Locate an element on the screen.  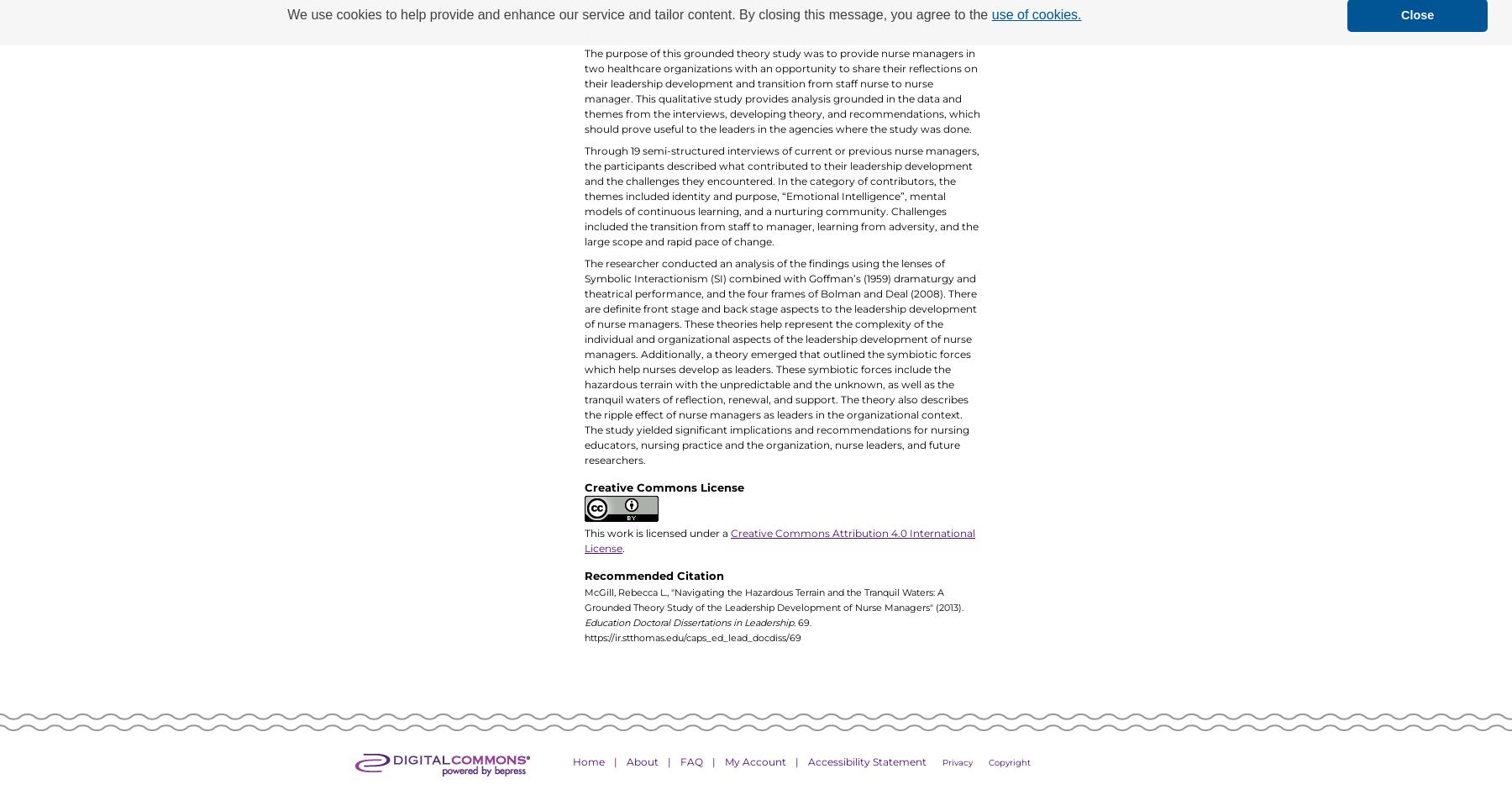
'We use cookies to help provide and enhance our service and tailor content. By closing this message, you agree to the' is located at coordinates (638, 14).